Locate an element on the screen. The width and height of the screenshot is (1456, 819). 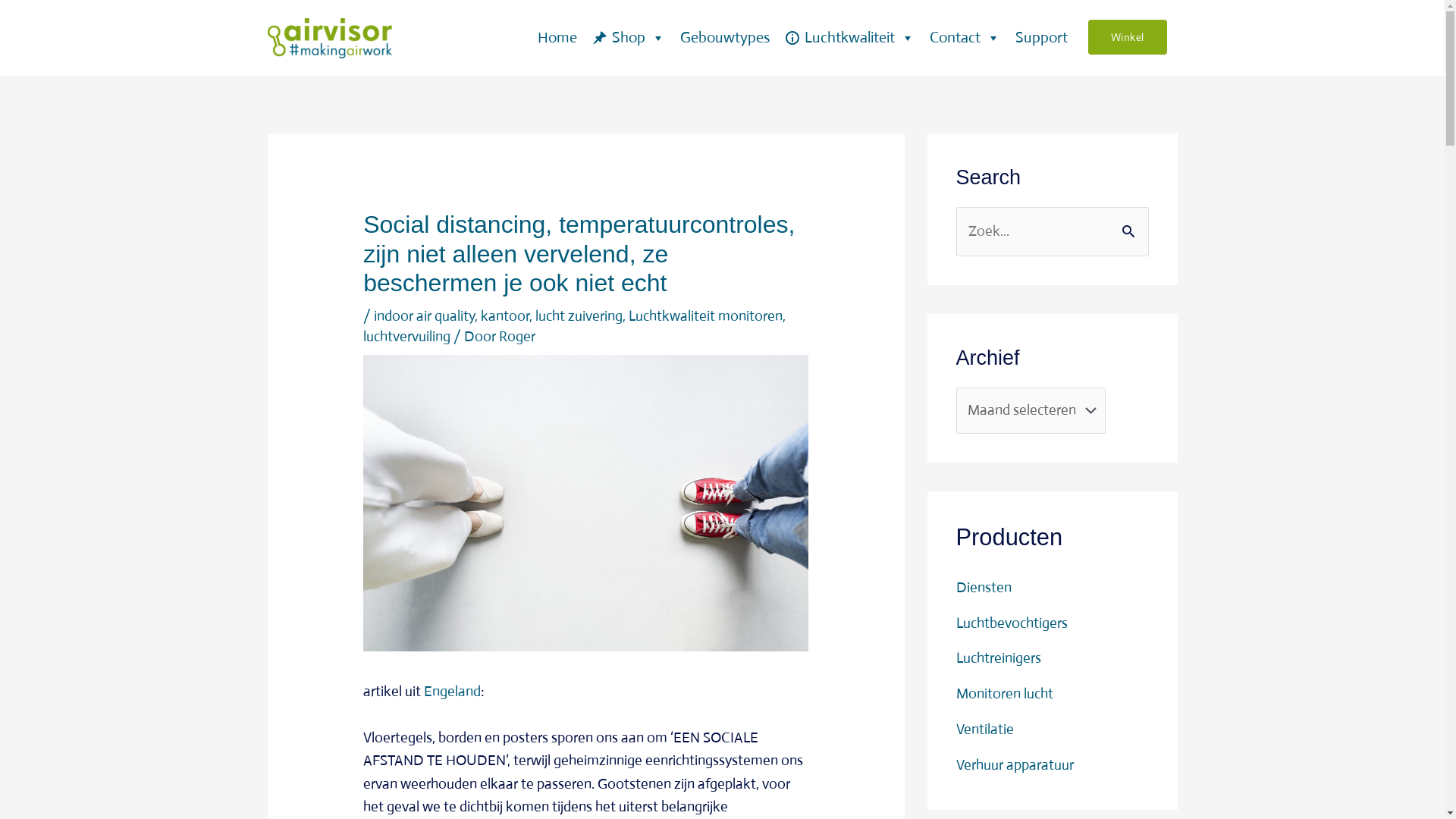
'Luchtreinigers' is located at coordinates (997, 657).